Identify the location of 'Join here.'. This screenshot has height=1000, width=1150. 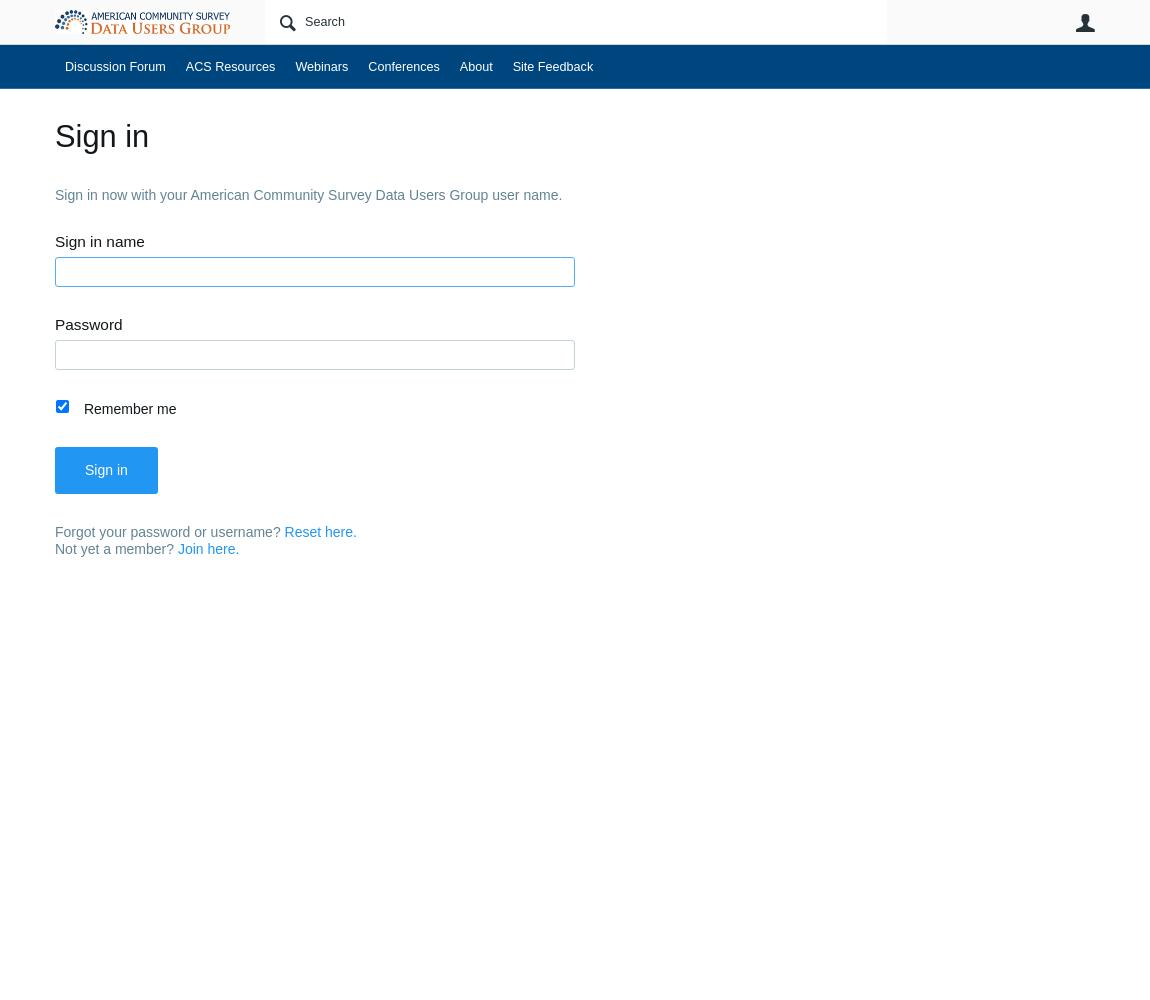
(207, 548).